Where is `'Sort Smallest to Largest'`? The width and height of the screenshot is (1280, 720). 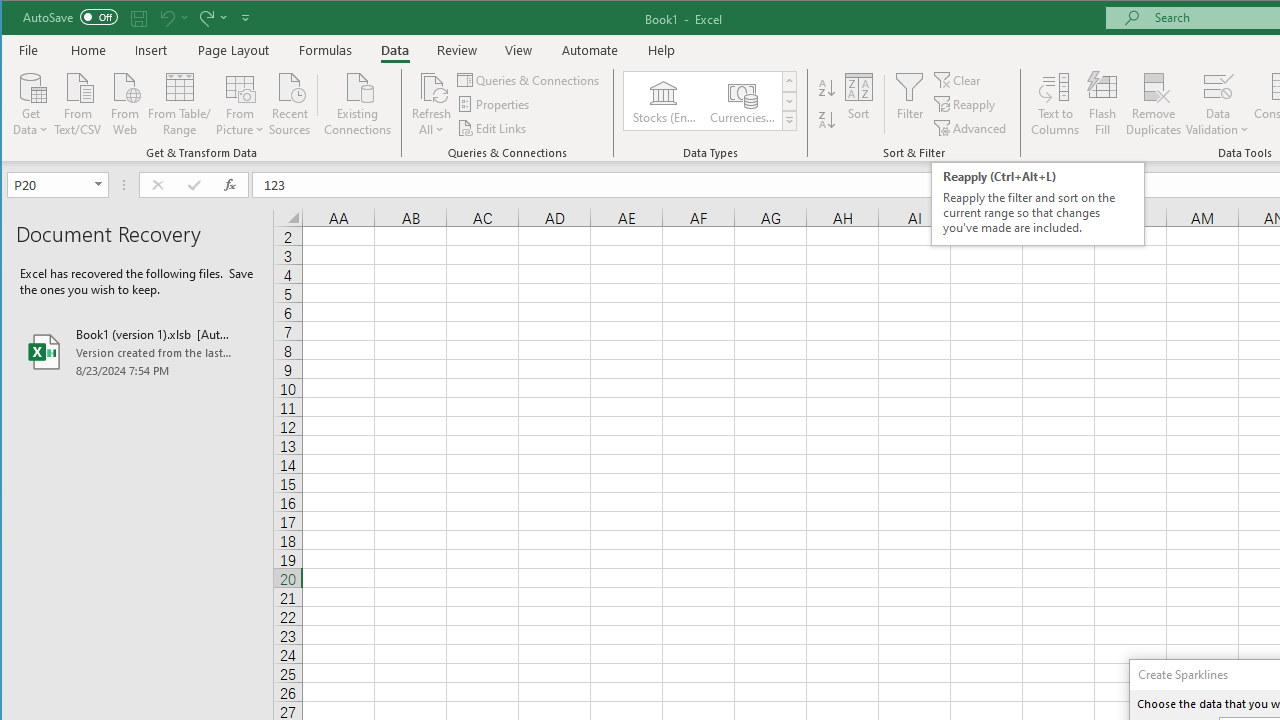
'Sort Smallest to Largest' is located at coordinates (827, 87).